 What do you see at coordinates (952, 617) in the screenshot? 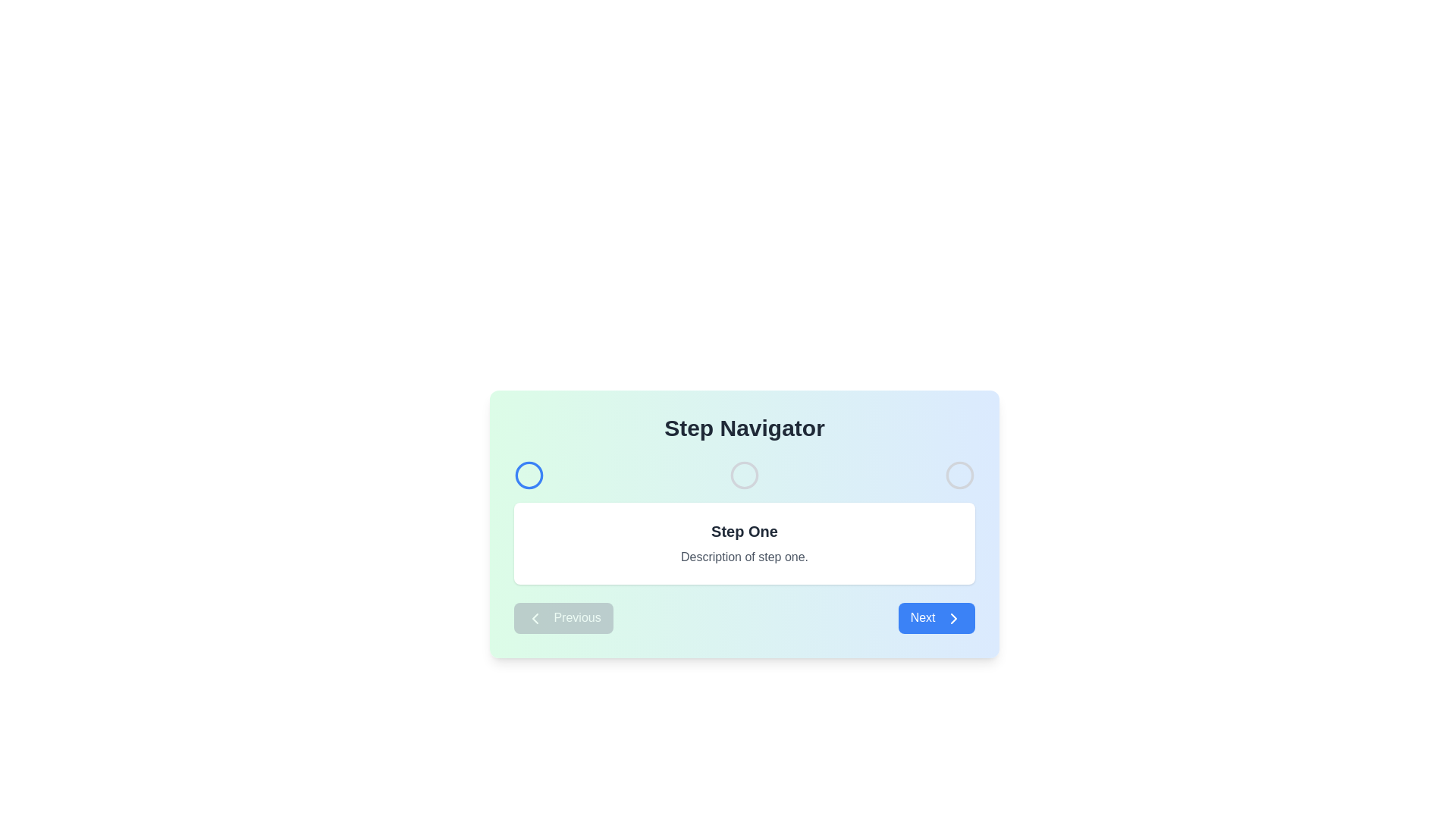
I see `the rightward chevron icon inside the 'Next' button at the bottom-right corner of the card layout` at bounding box center [952, 617].